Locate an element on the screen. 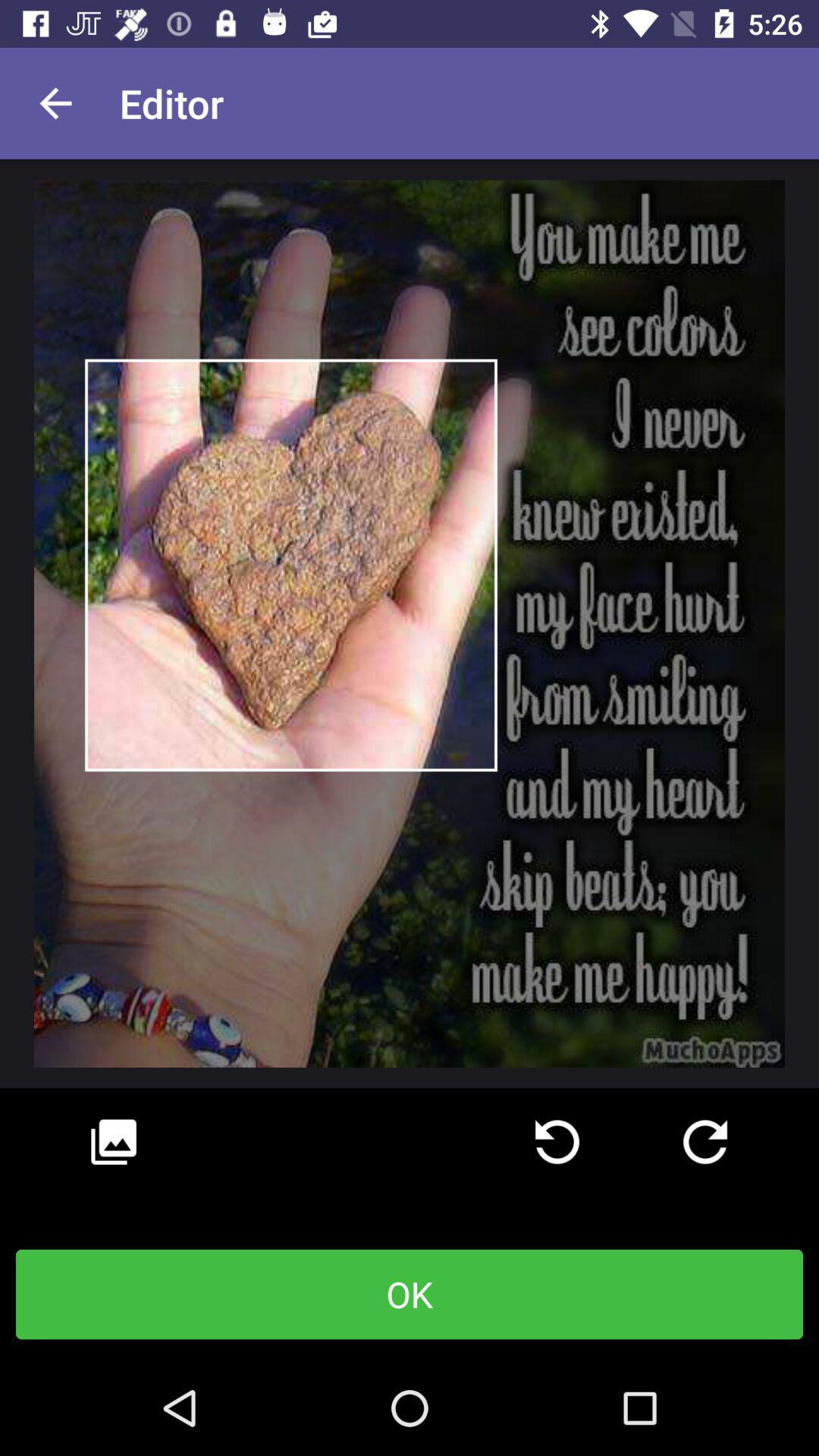 The height and width of the screenshot is (1456, 819). the refresh icon is located at coordinates (557, 1142).